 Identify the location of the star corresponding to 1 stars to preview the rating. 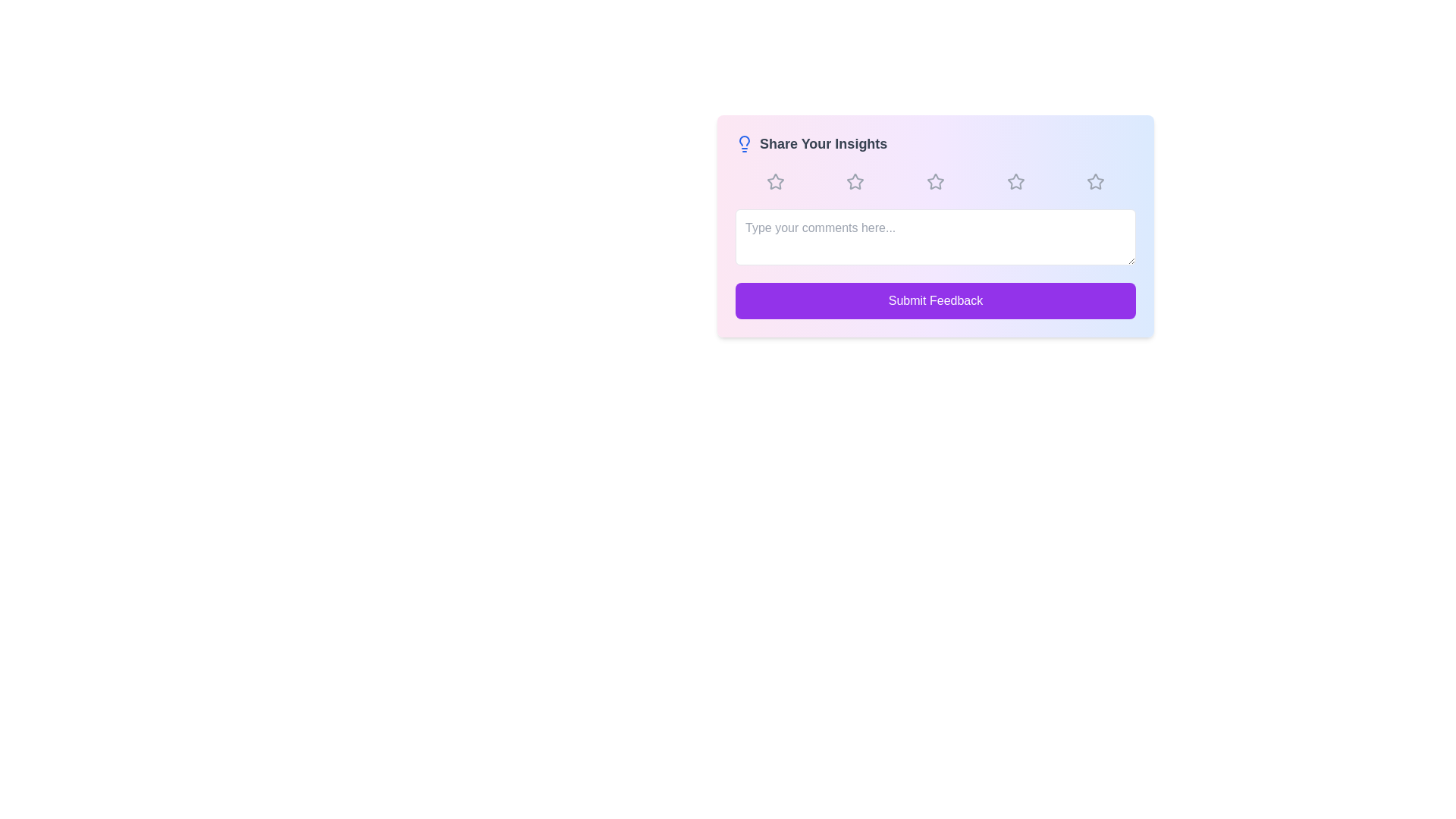
(775, 180).